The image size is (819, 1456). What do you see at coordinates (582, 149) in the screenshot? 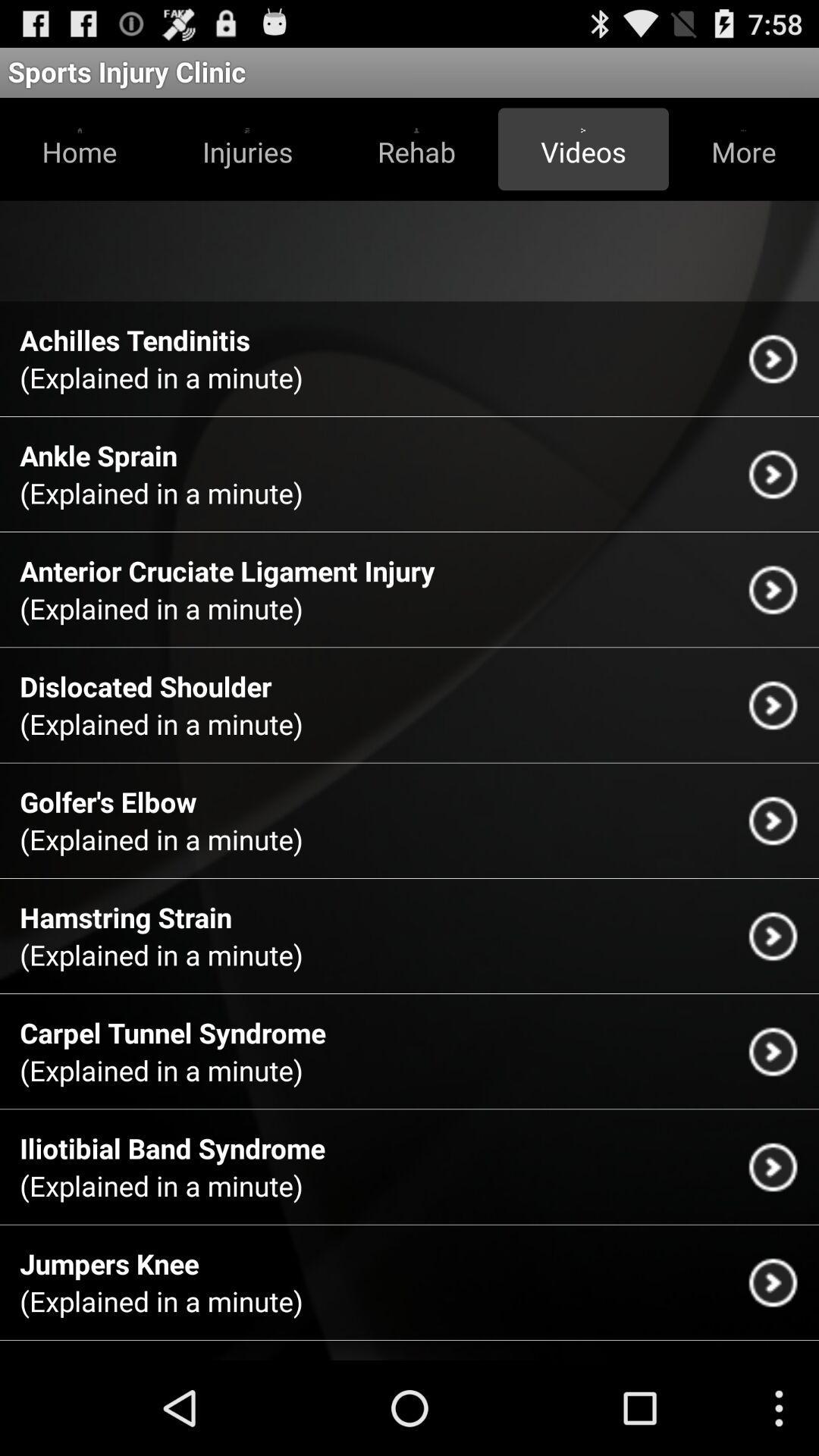
I see `videos item` at bounding box center [582, 149].